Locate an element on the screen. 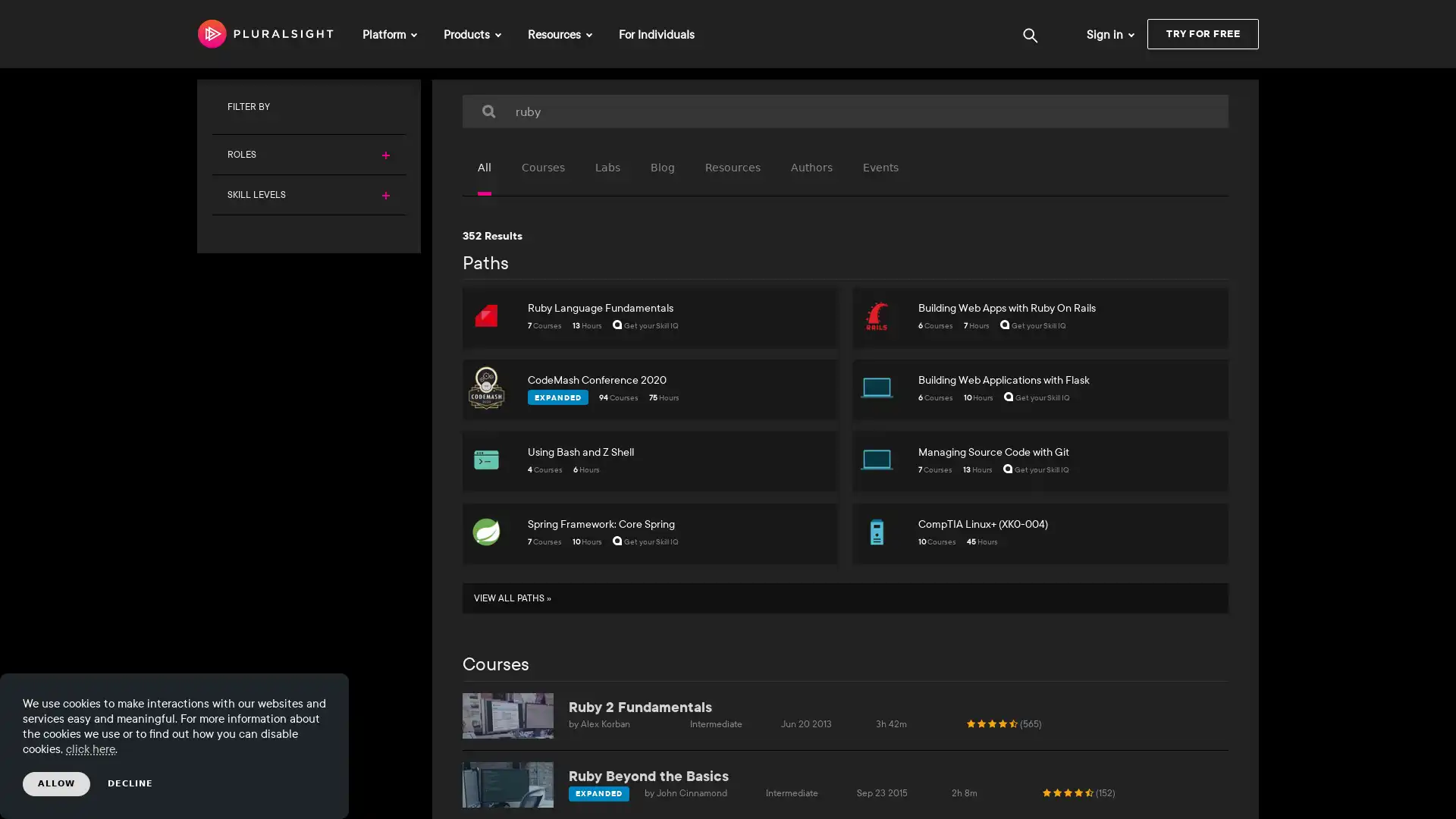 This screenshot has height=819, width=1456. DECLINE is located at coordinates (130, 783).